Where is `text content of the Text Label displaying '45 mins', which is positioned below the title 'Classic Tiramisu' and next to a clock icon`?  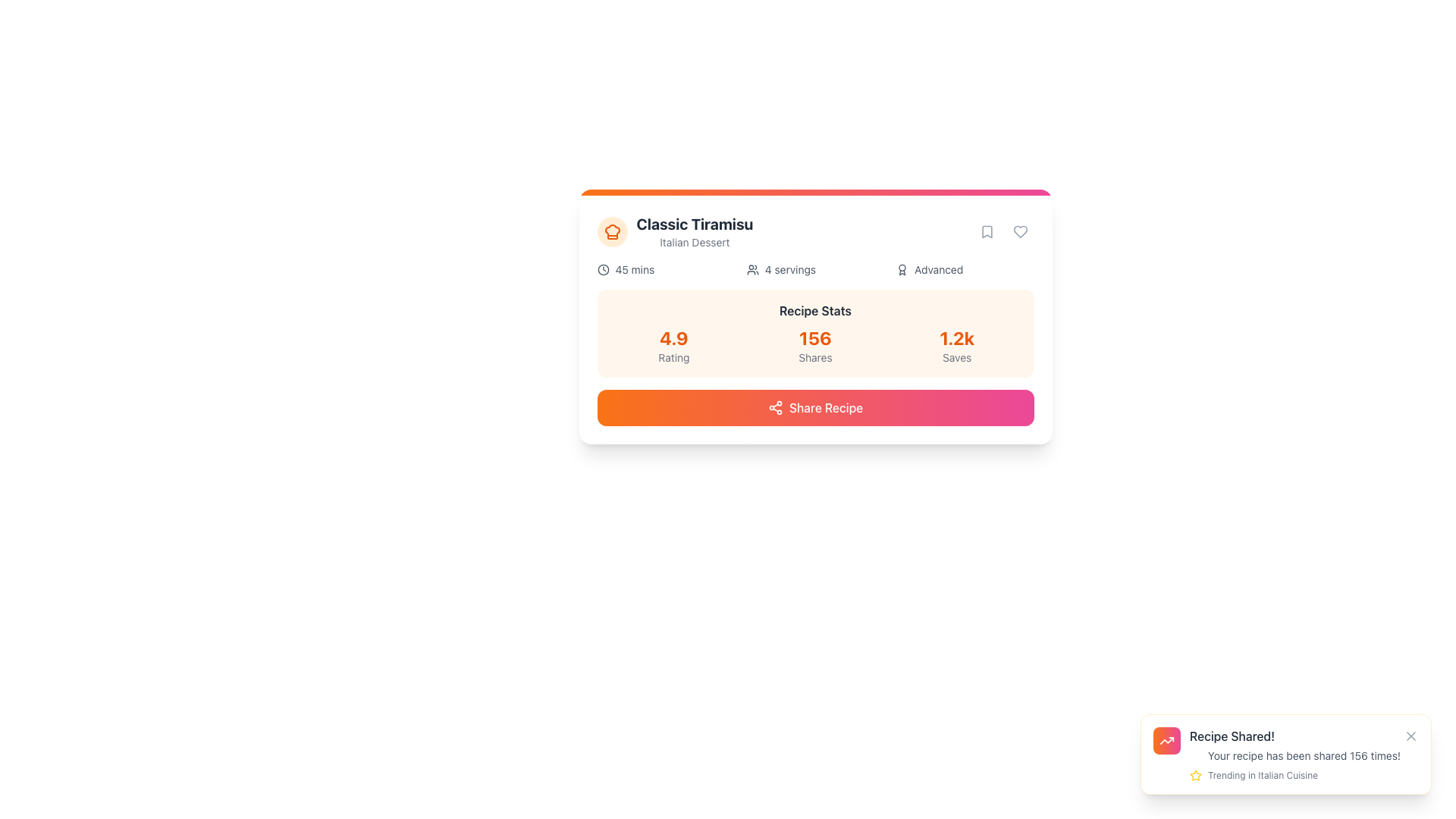 text content of the Text Label displaying '45 mins', which is positioned below the title 'Classic Tiramisu' and next to a clock icon is located at coordinates (635, 268).